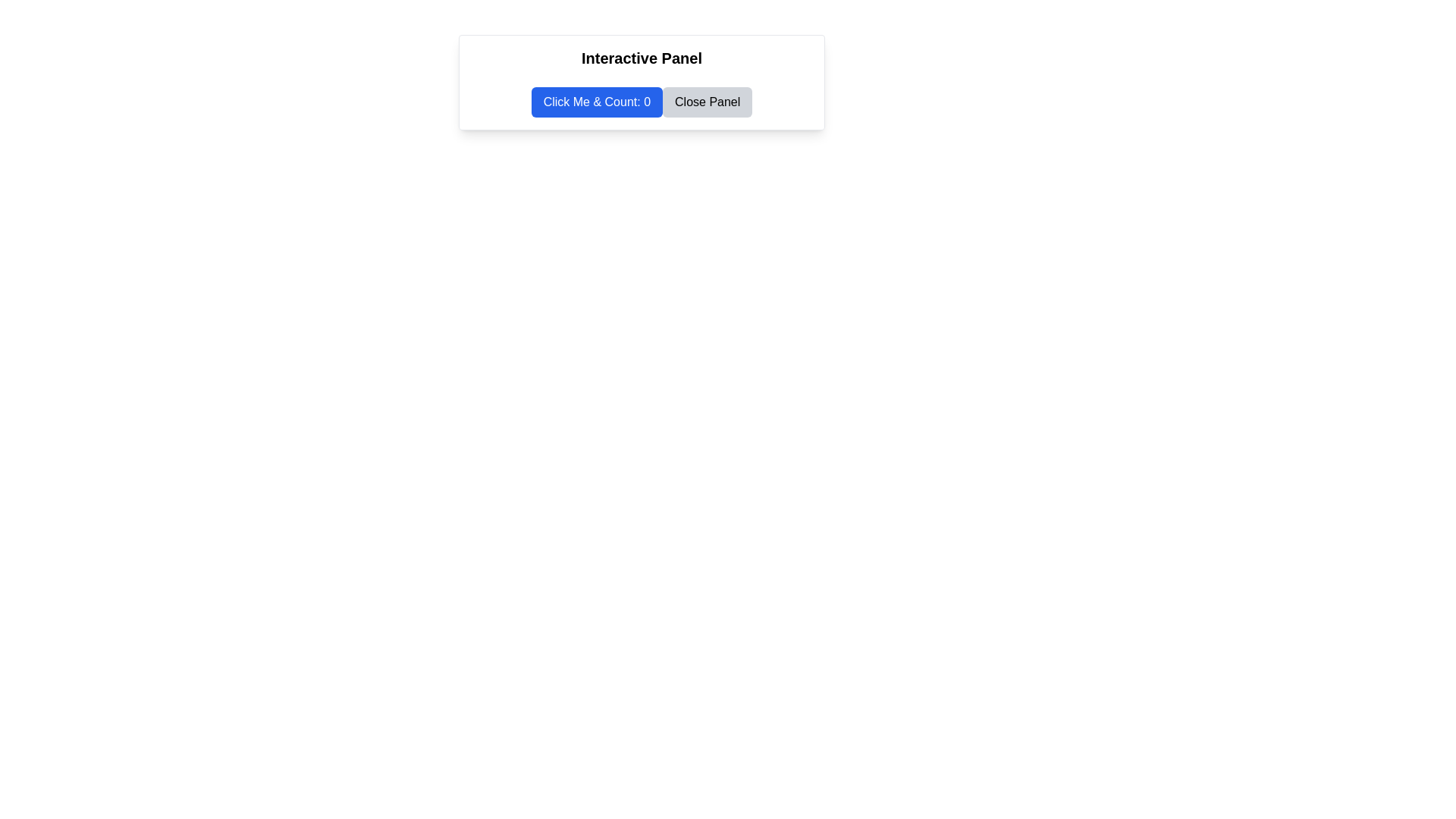 This screenshot has height=819, width=1456. Describe the element at coordinates (642, 58) in the screenshot. I see `the title text element located at the top of the panel, which serves as a context label for the content and functionality within the panel` at that location.